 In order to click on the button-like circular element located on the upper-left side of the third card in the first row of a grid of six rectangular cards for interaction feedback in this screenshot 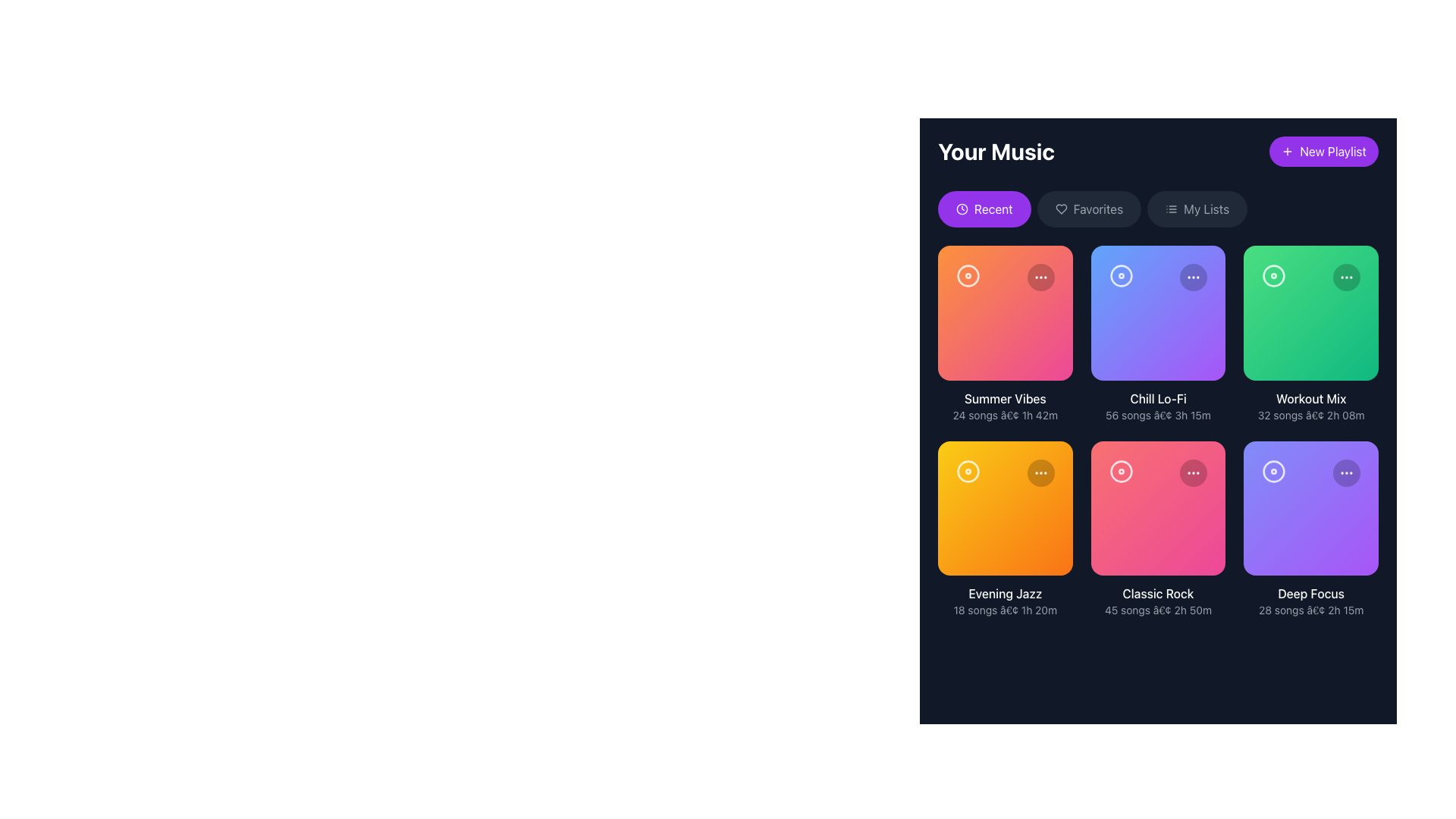, I will do `click(1121, 275)`.